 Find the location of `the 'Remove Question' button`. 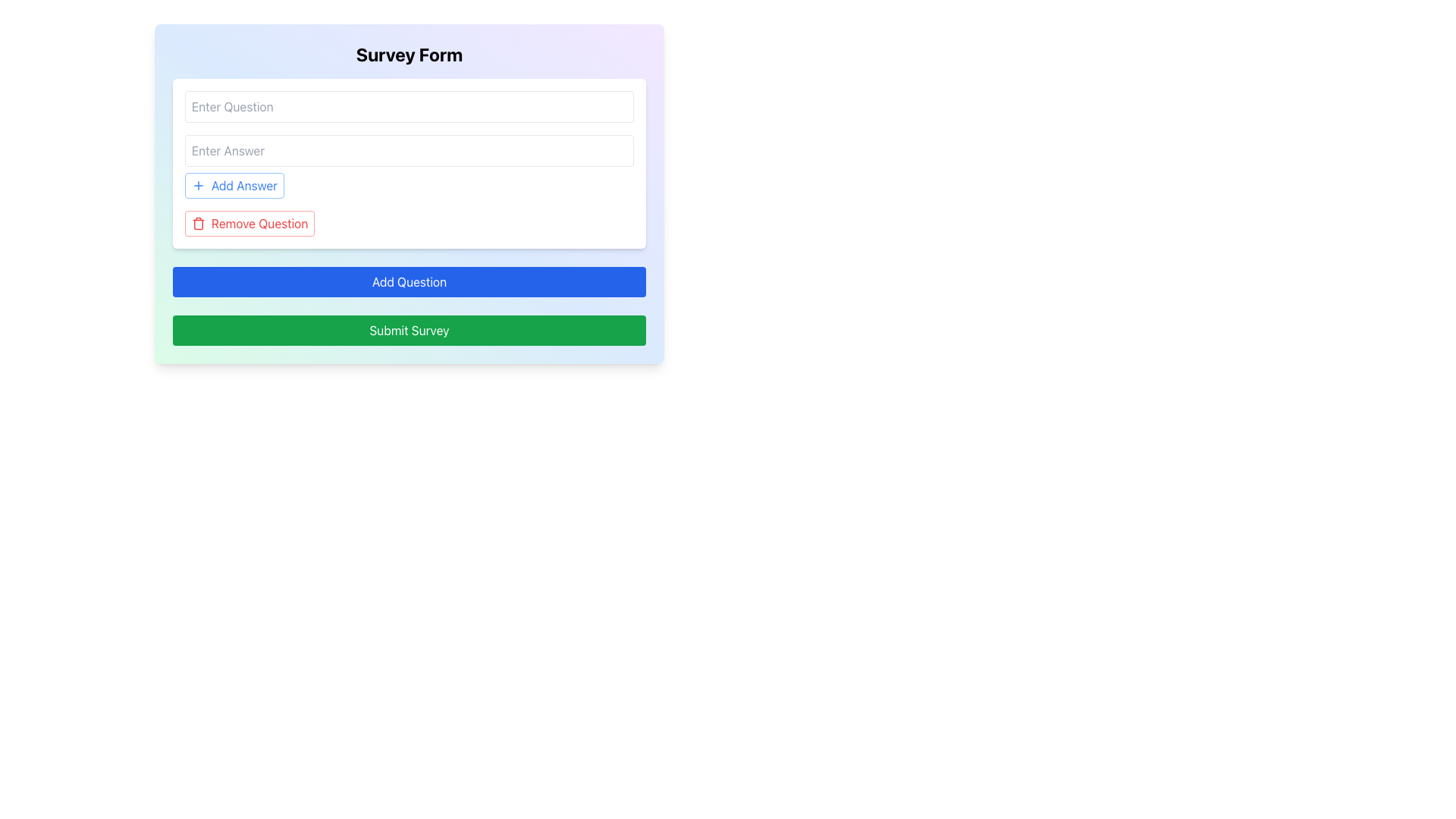

the 'Remove Question' button is located at coordinates (249, 223).